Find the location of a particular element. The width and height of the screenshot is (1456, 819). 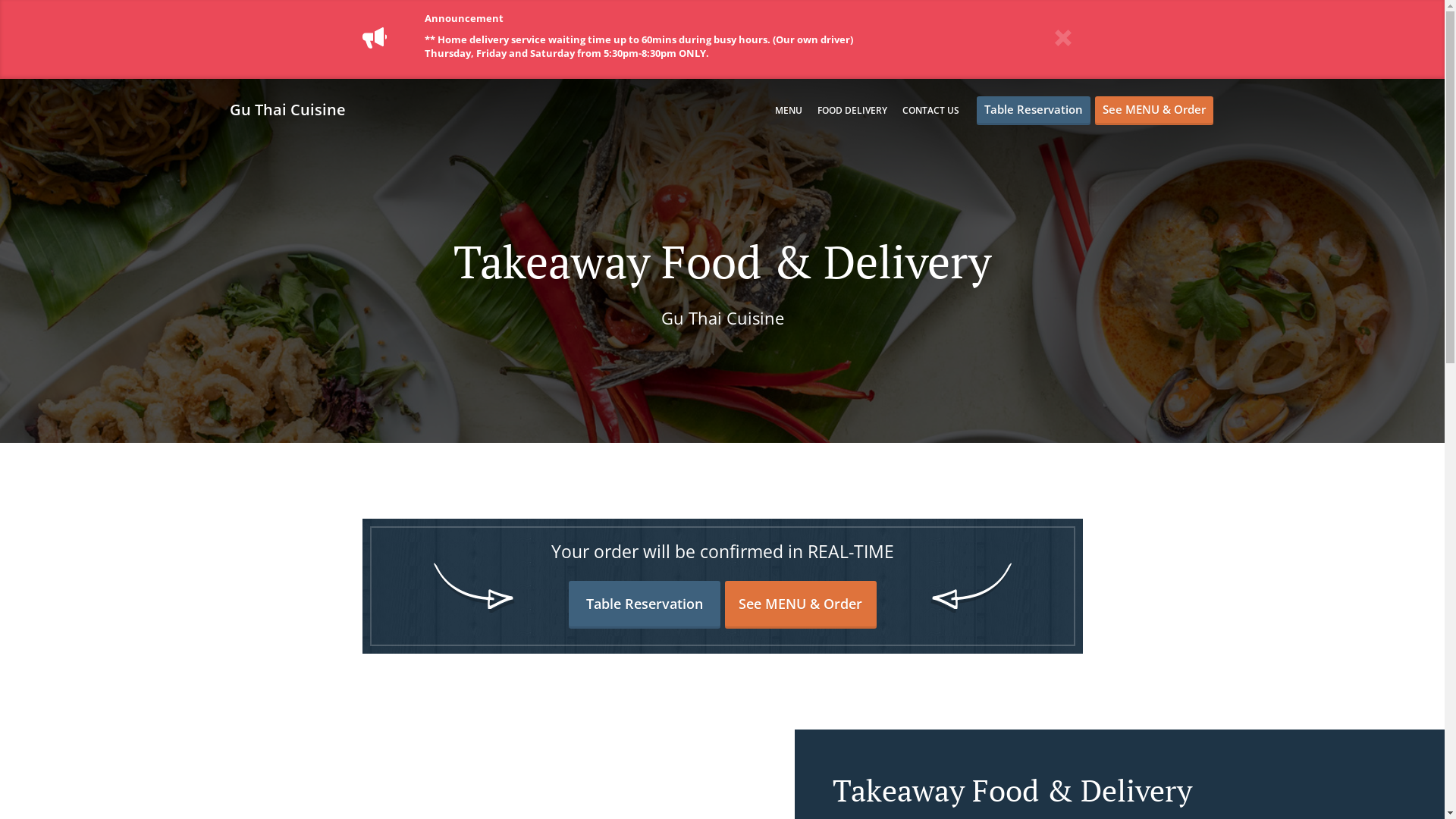

'CONTACT US' is located at coordinates (930, 109).